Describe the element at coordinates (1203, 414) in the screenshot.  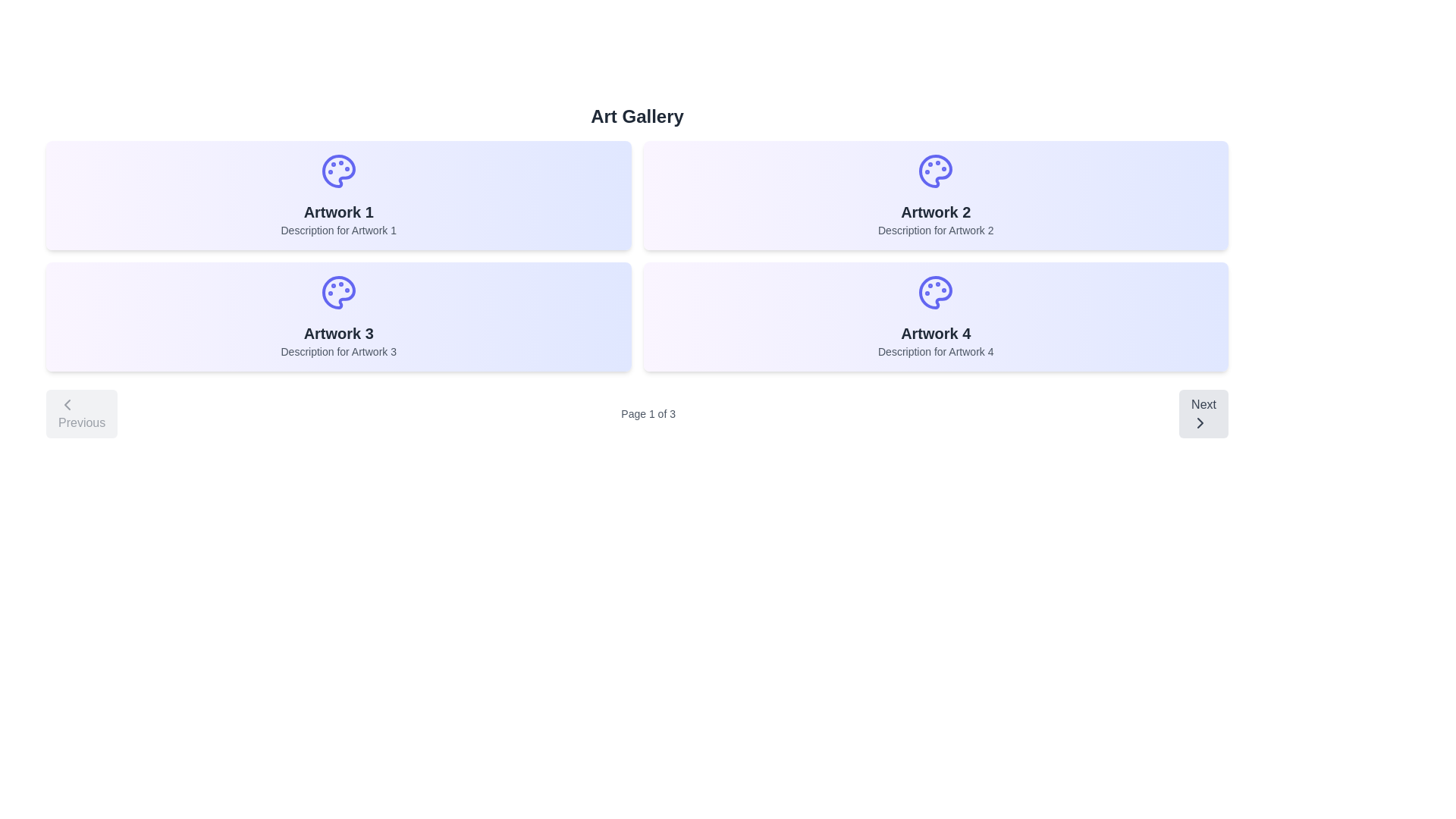
I see `the navigation button located at the bottom-right corner of the interface` at that location.